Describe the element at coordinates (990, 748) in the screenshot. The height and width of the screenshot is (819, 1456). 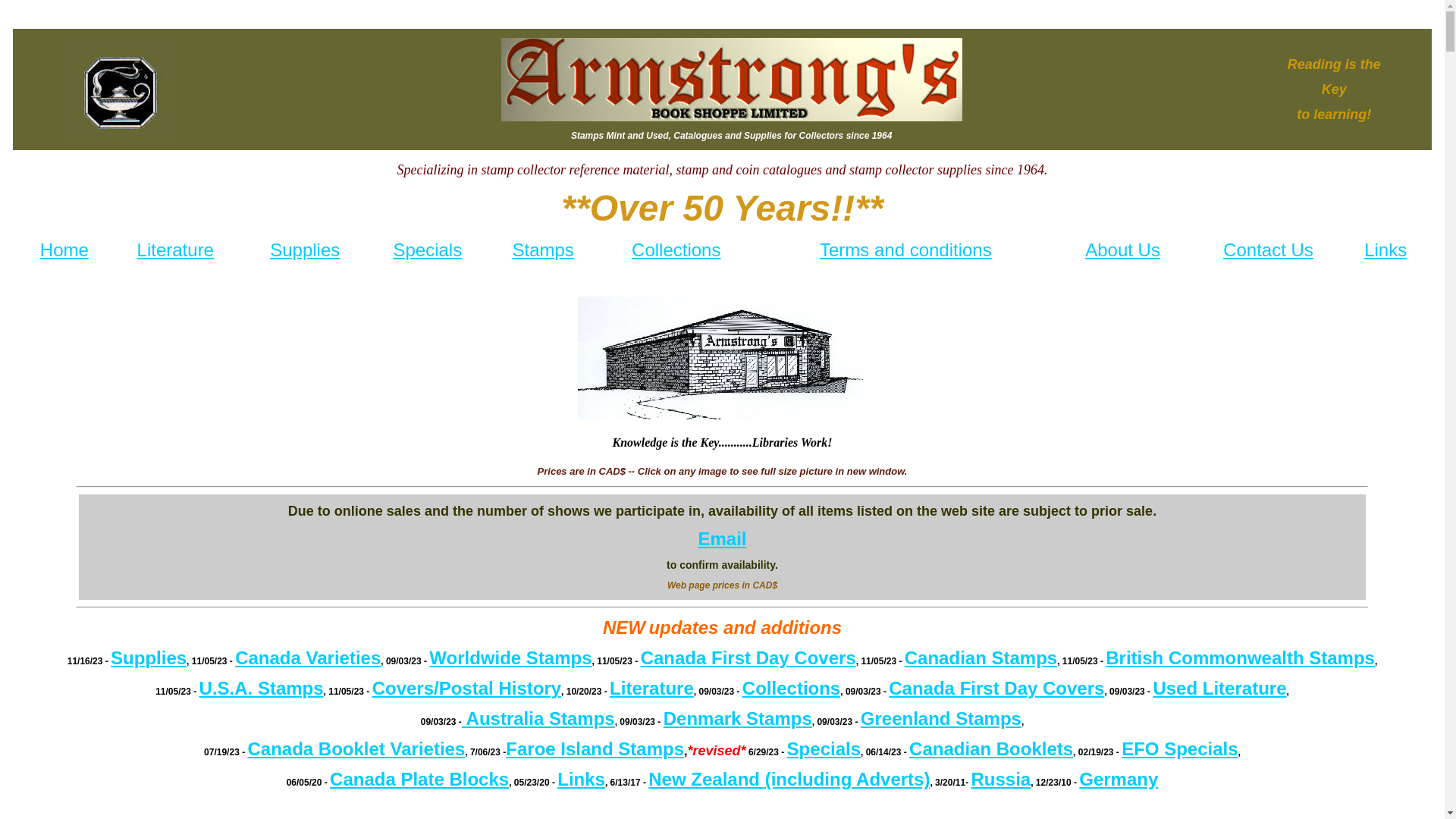
I see `'Canadian Booklets'` at that location.